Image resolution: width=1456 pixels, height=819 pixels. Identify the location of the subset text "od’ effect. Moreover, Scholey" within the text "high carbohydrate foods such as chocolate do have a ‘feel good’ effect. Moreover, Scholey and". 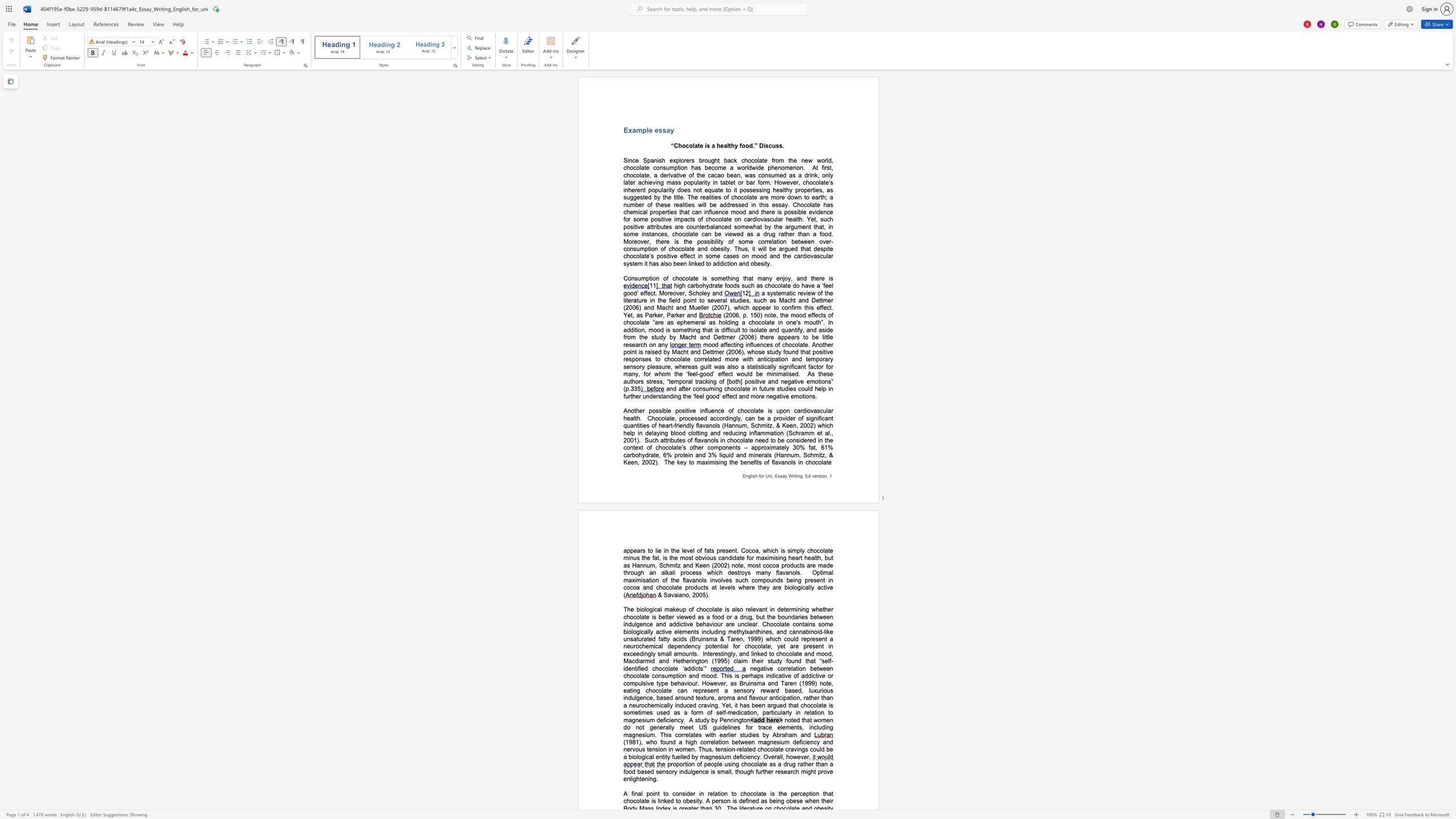
(630, 292).